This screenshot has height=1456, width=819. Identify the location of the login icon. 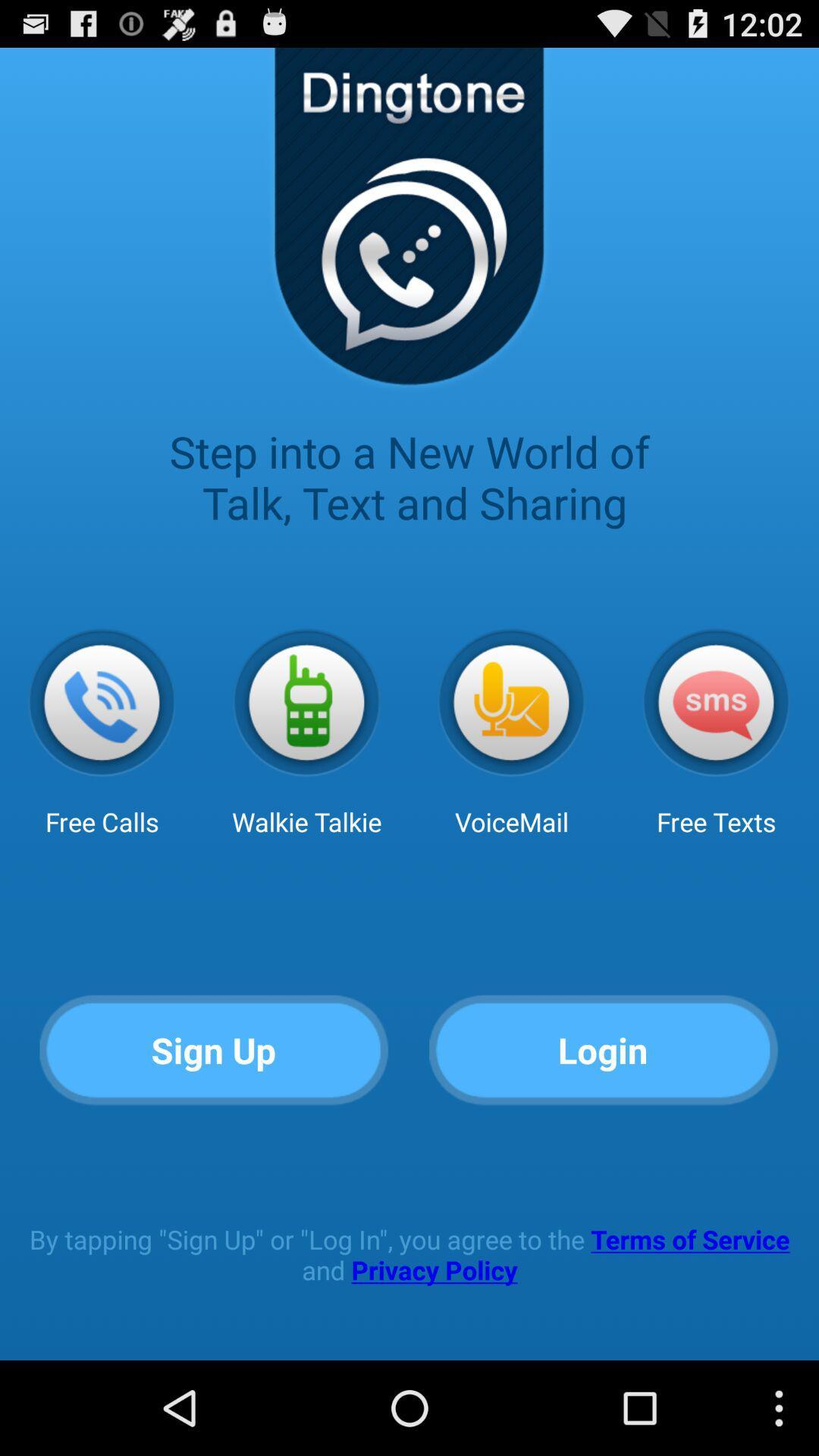
(603, 1050).